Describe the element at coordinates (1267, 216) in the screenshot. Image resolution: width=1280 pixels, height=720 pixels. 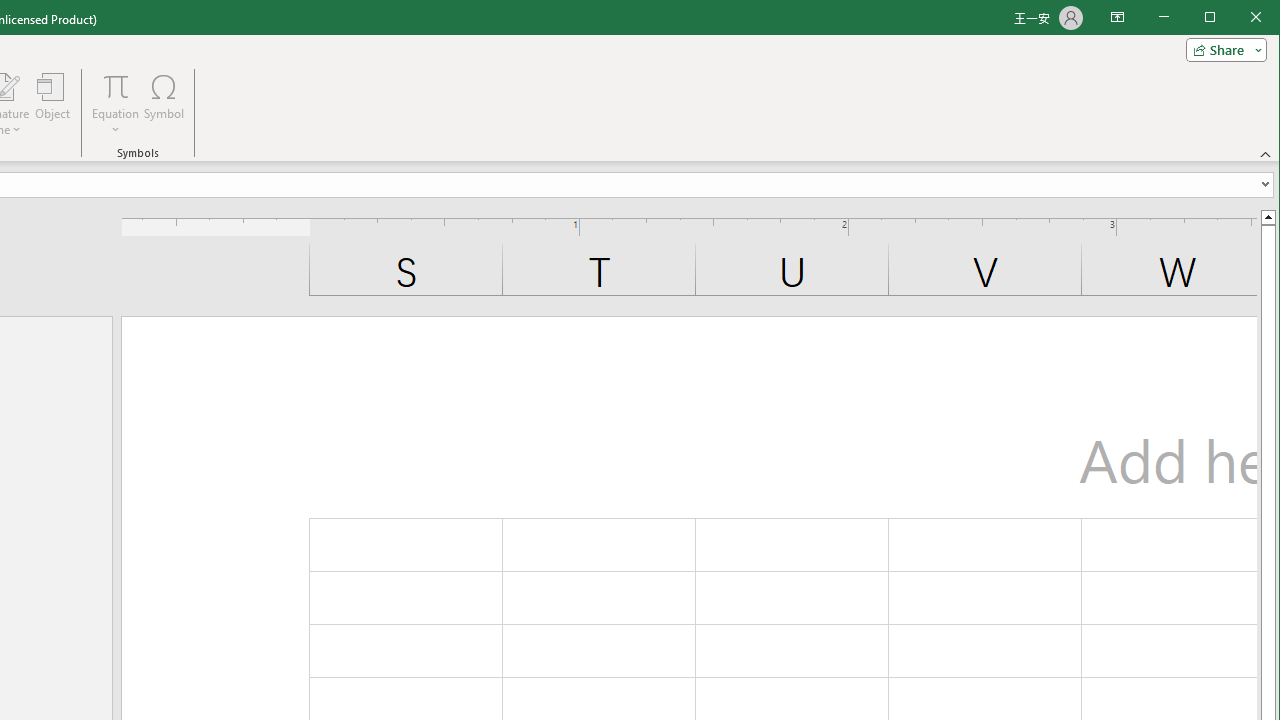
I see `'Line up'` at that location.